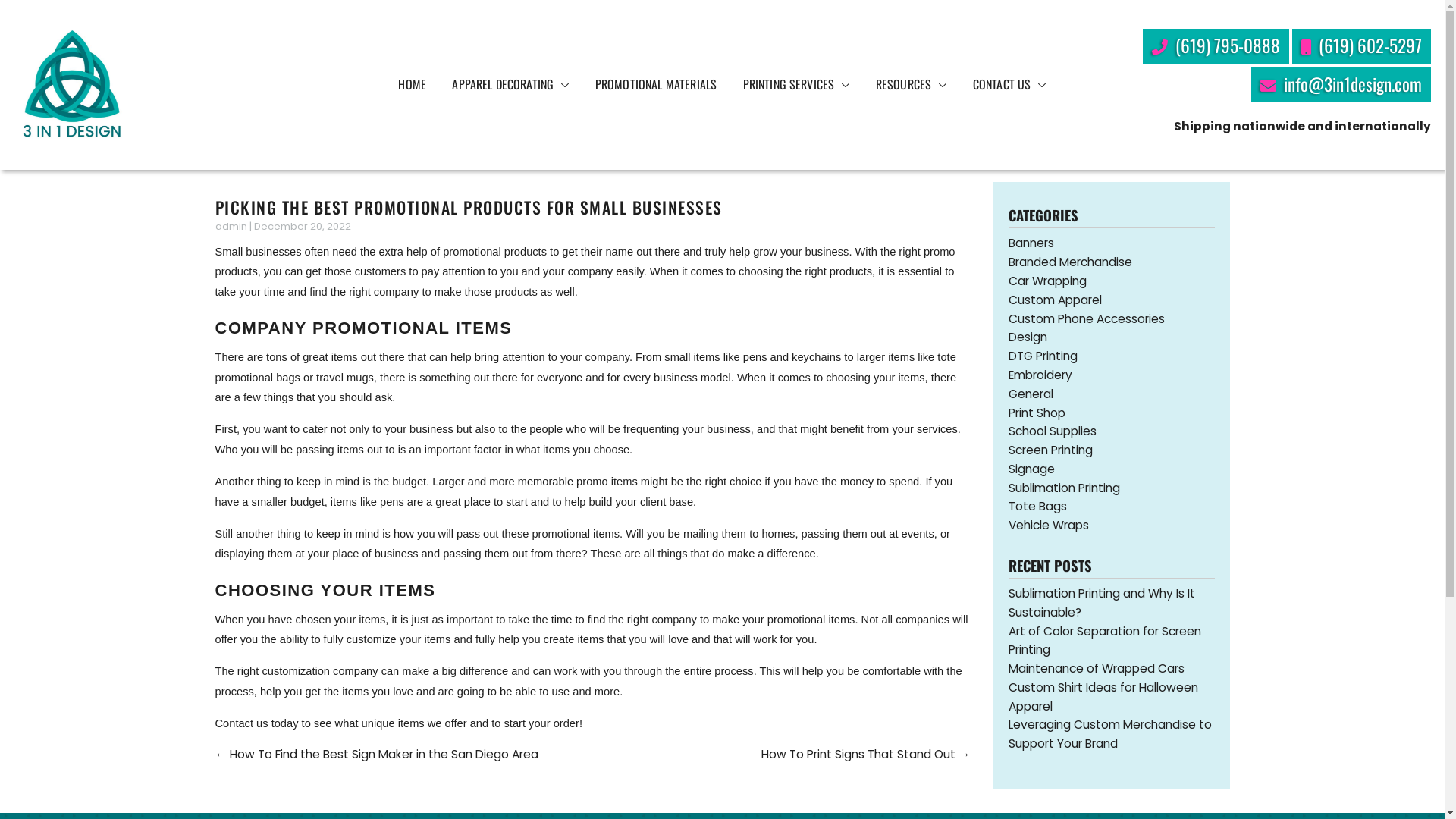  I want to click on 'Custom Phone Accessories', so click(1086, 318).